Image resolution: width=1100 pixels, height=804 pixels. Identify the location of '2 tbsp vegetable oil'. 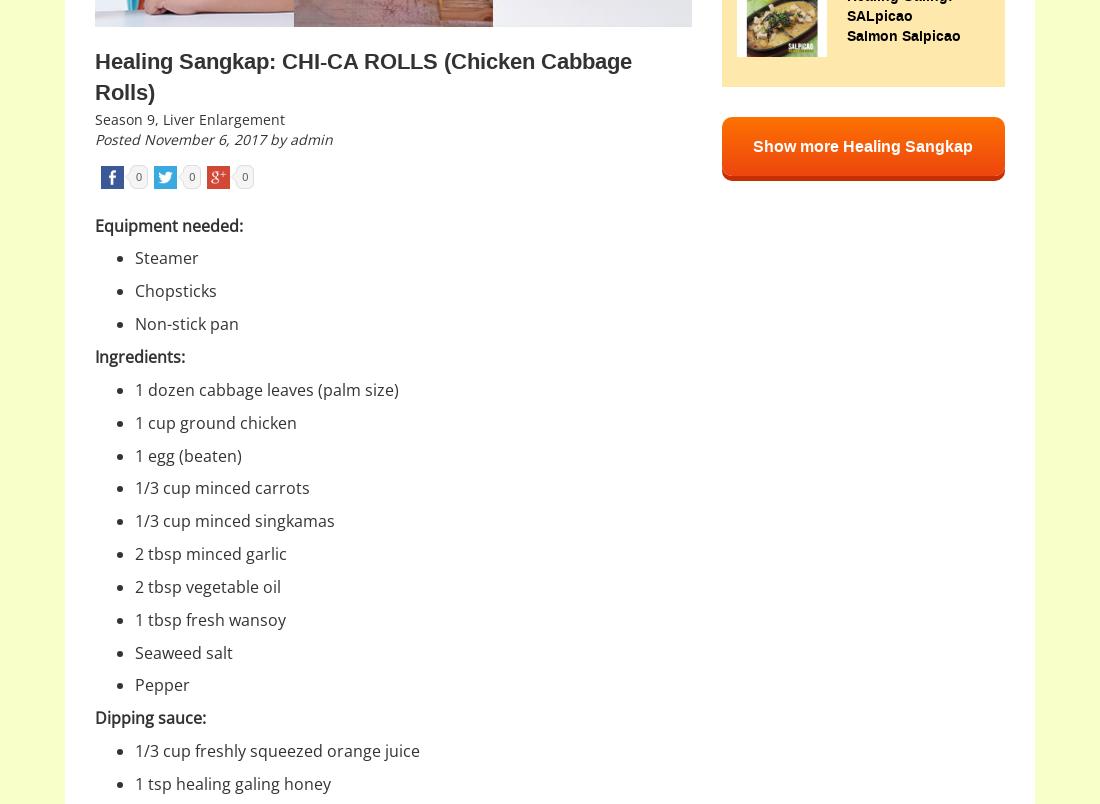
(209, 585).